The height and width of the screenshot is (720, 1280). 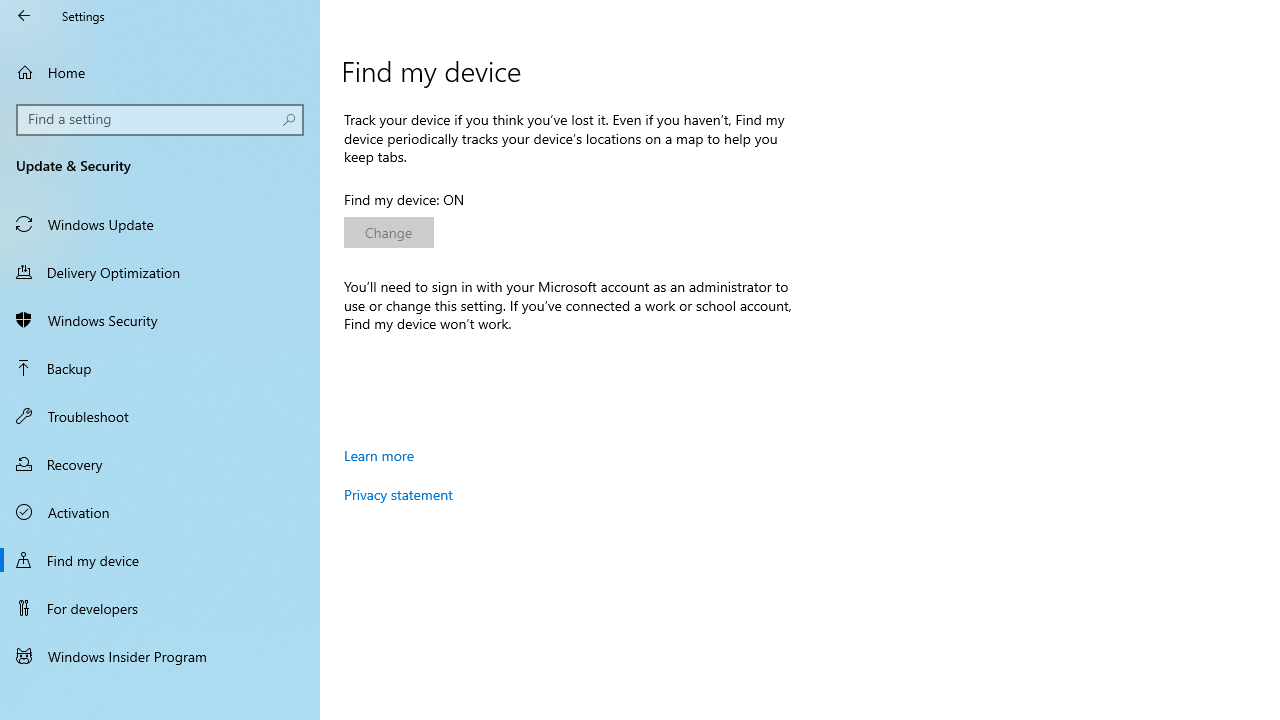 What do you see at coordinates (160, 655) in the screenshot?
I see `'Windows Insider Program'` at bounding box center [160, 655].